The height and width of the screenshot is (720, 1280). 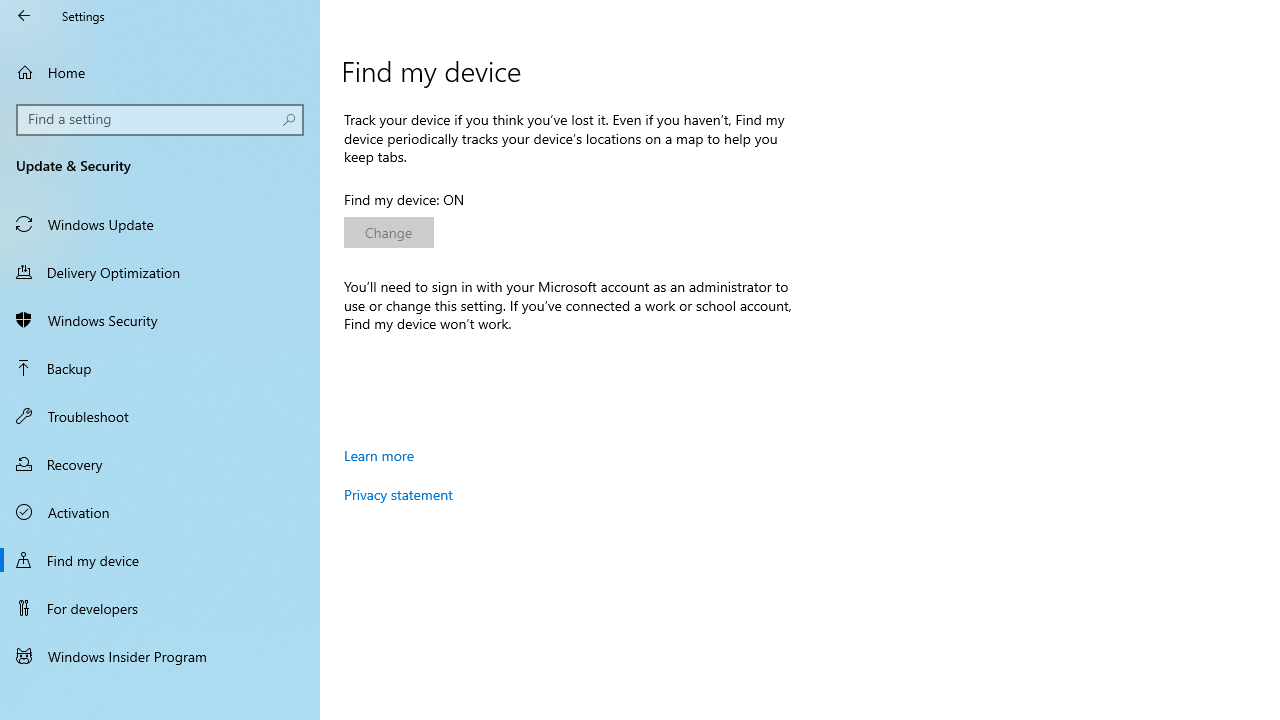 What do you see at coordinates (160, 655) in the screenshot?
I see `'Windows Insider Program'` at bounding box center [160, 655].